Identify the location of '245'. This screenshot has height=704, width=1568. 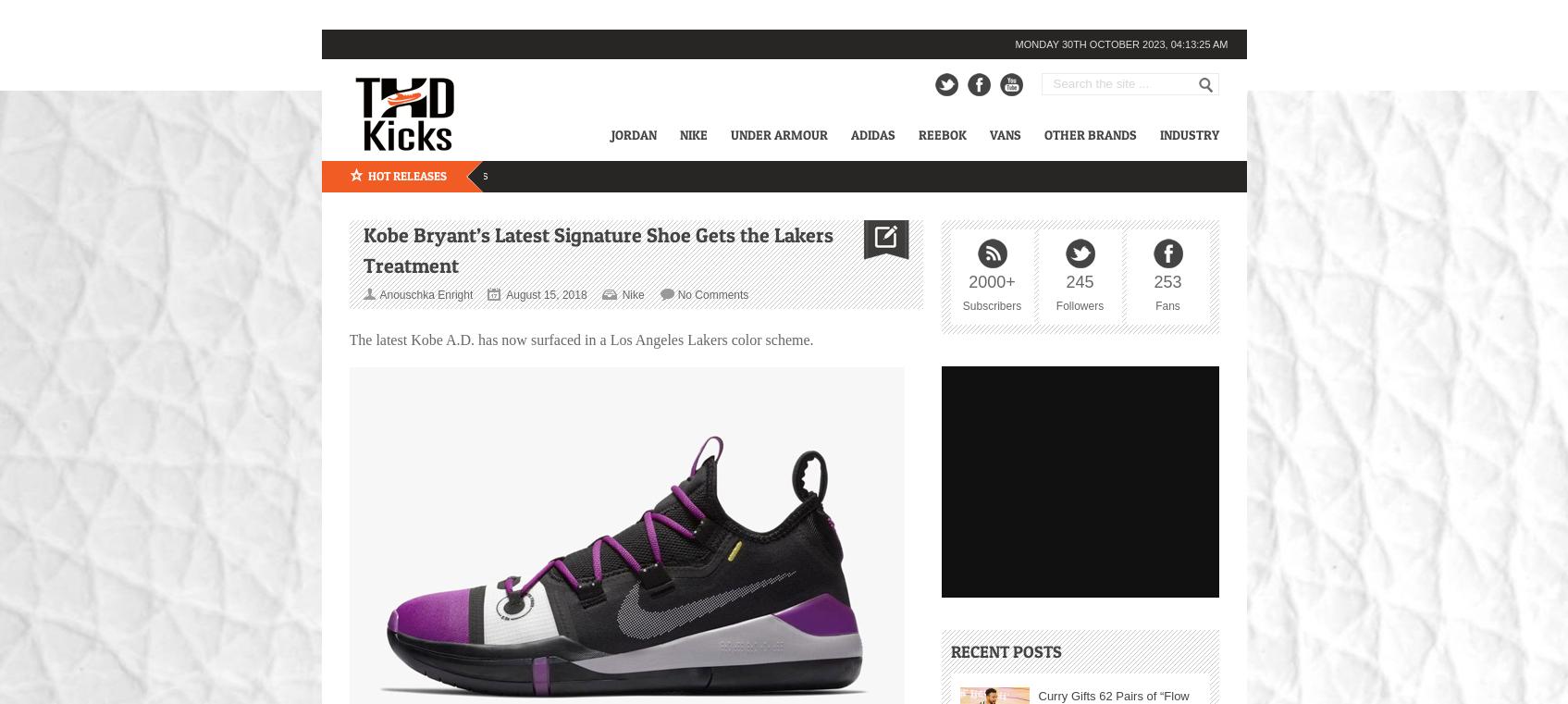
(1079, 281).